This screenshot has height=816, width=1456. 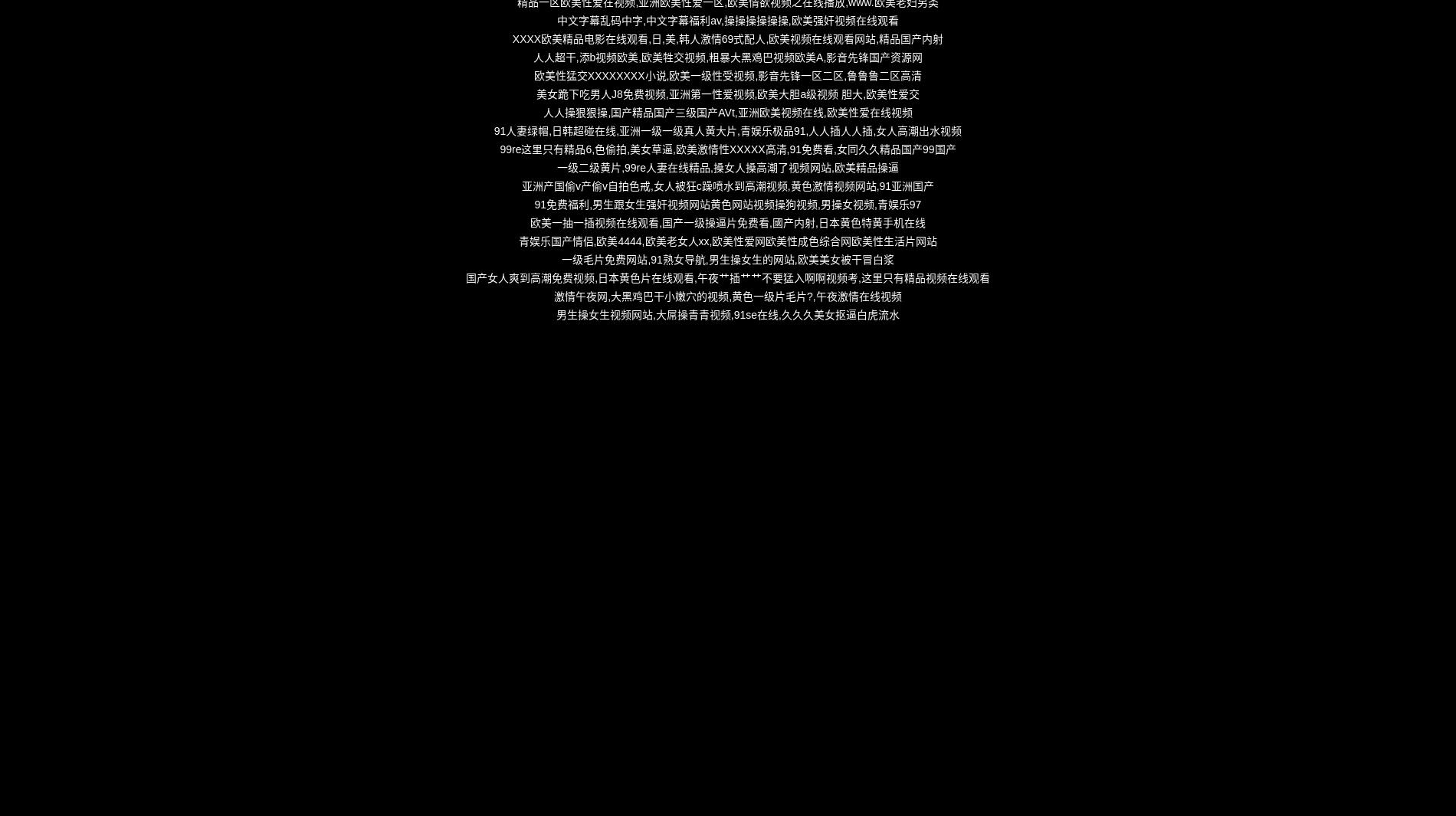 What do you see at coordinates (726, 258) in the screenshot?
I see `'一级毛片免费网站,91熟女导航,男生操女生的网站,欧美美女被干冒白浆'` at bounding box center [726, 258].